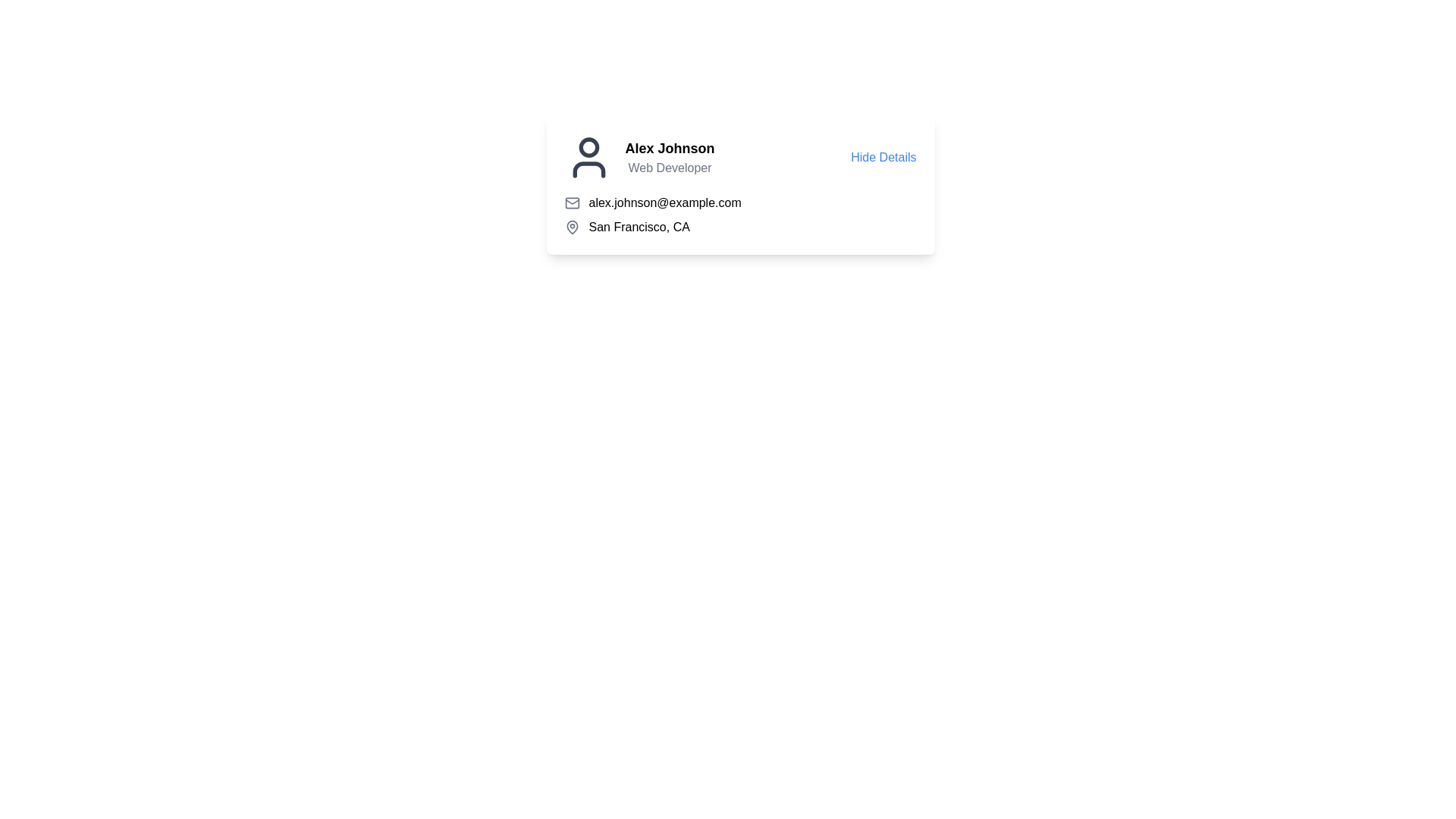 This screenshot has width=1456, height=819. I want to click on the blue text link labeled 'Hide Details' located at the top-right corner of the user information card, so click(883, 158).